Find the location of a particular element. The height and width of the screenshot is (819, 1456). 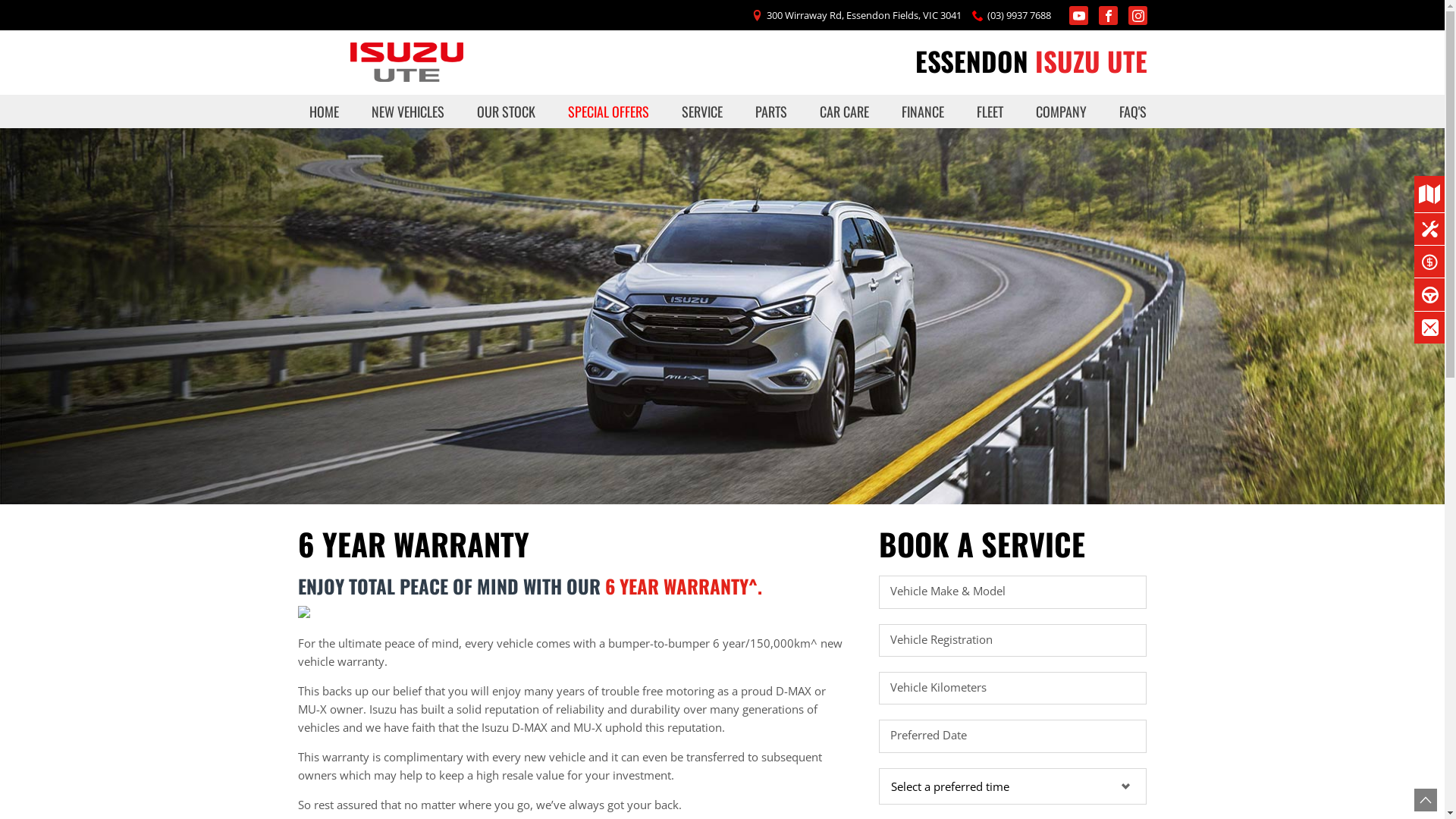

'FINANCE' is located at coordinates (922, 110).